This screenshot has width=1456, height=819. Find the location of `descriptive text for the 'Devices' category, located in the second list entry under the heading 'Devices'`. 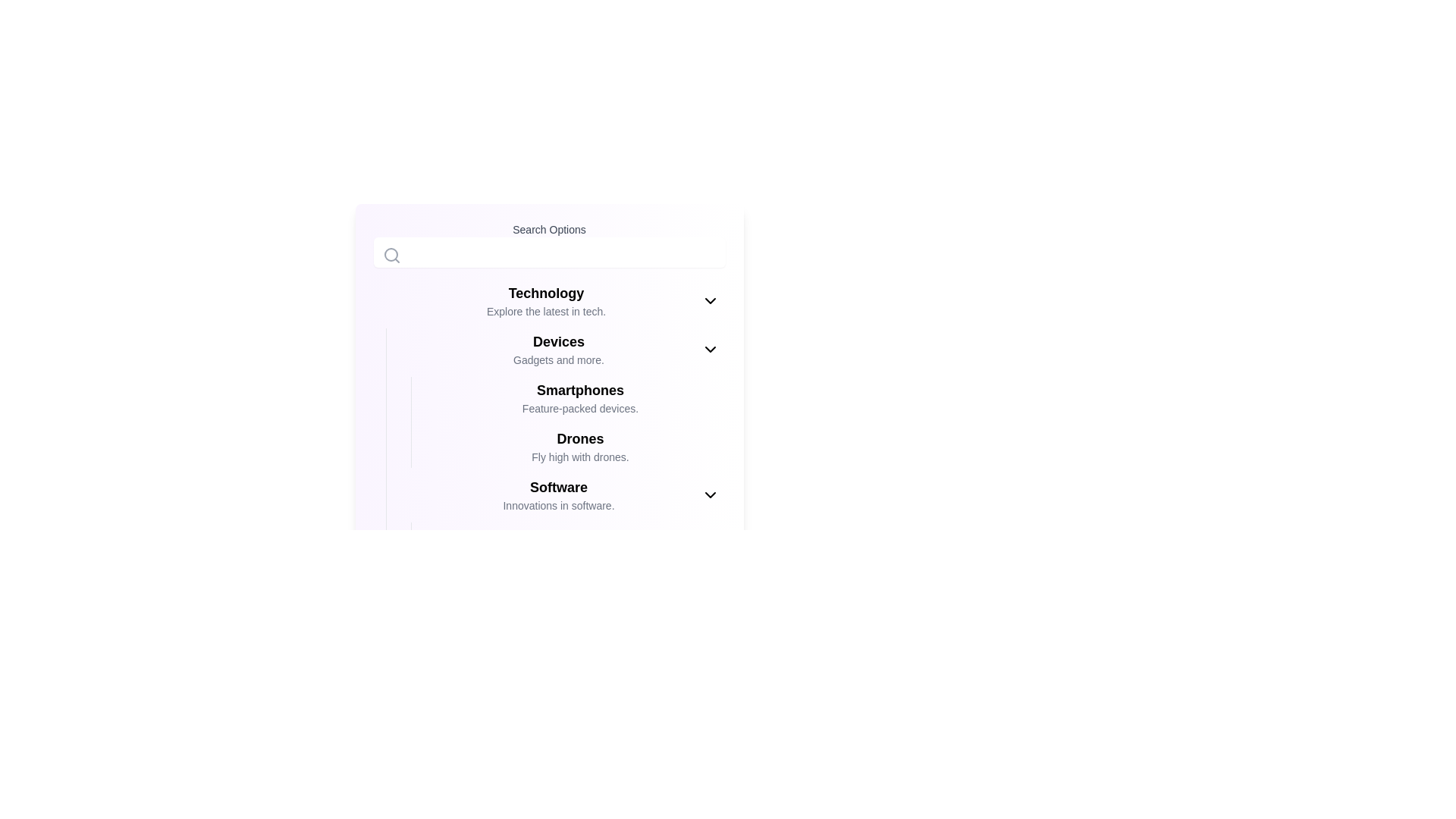

descriptive text for the 'Devices' category, located in the second list entry under the heading 'Devices' is located at coordinates (548, 357).